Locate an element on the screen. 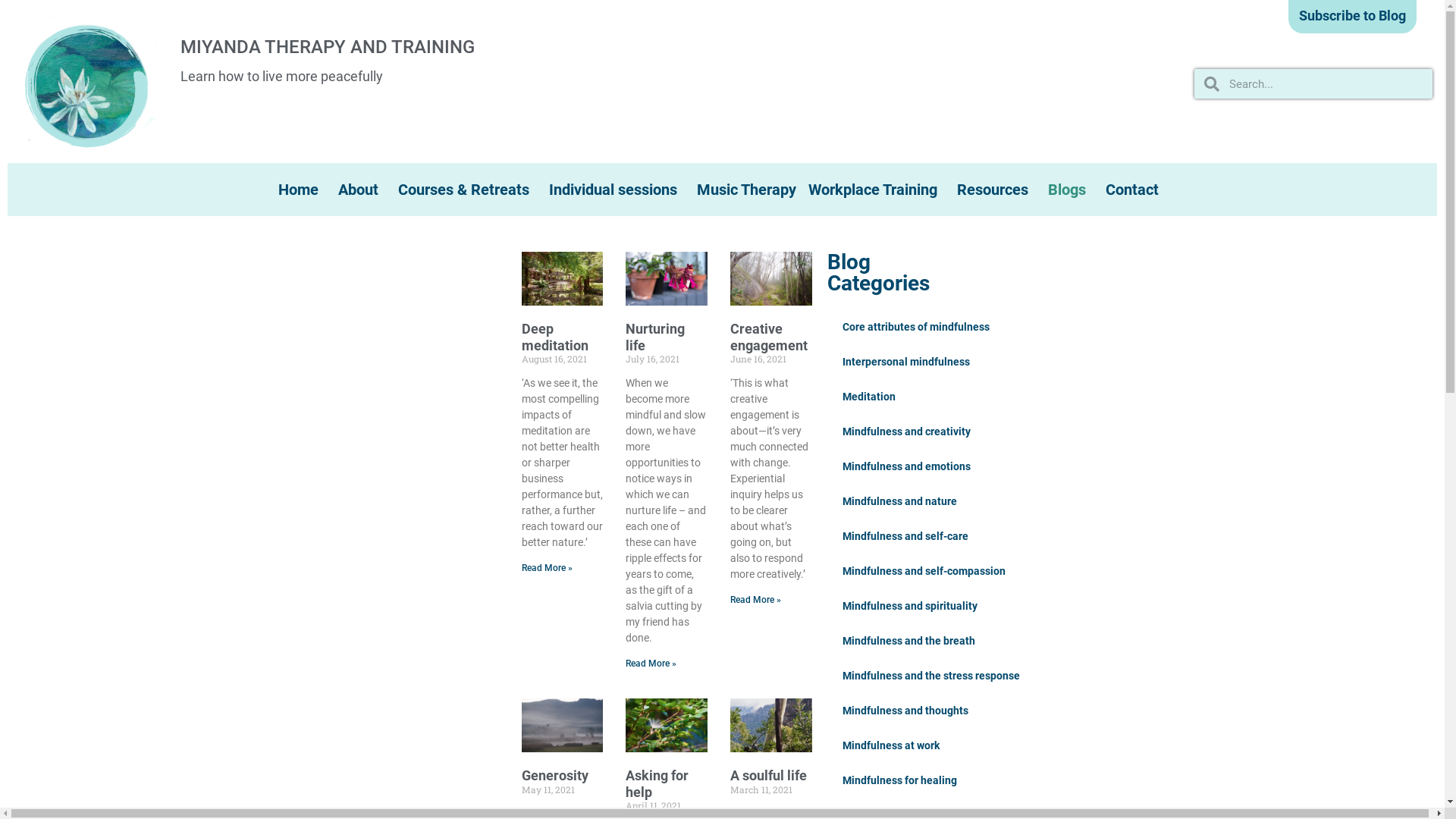 The width and height of the screenshot is (1456, 819). 'Mindfulness for healing' is located at coordinates (826, 780).